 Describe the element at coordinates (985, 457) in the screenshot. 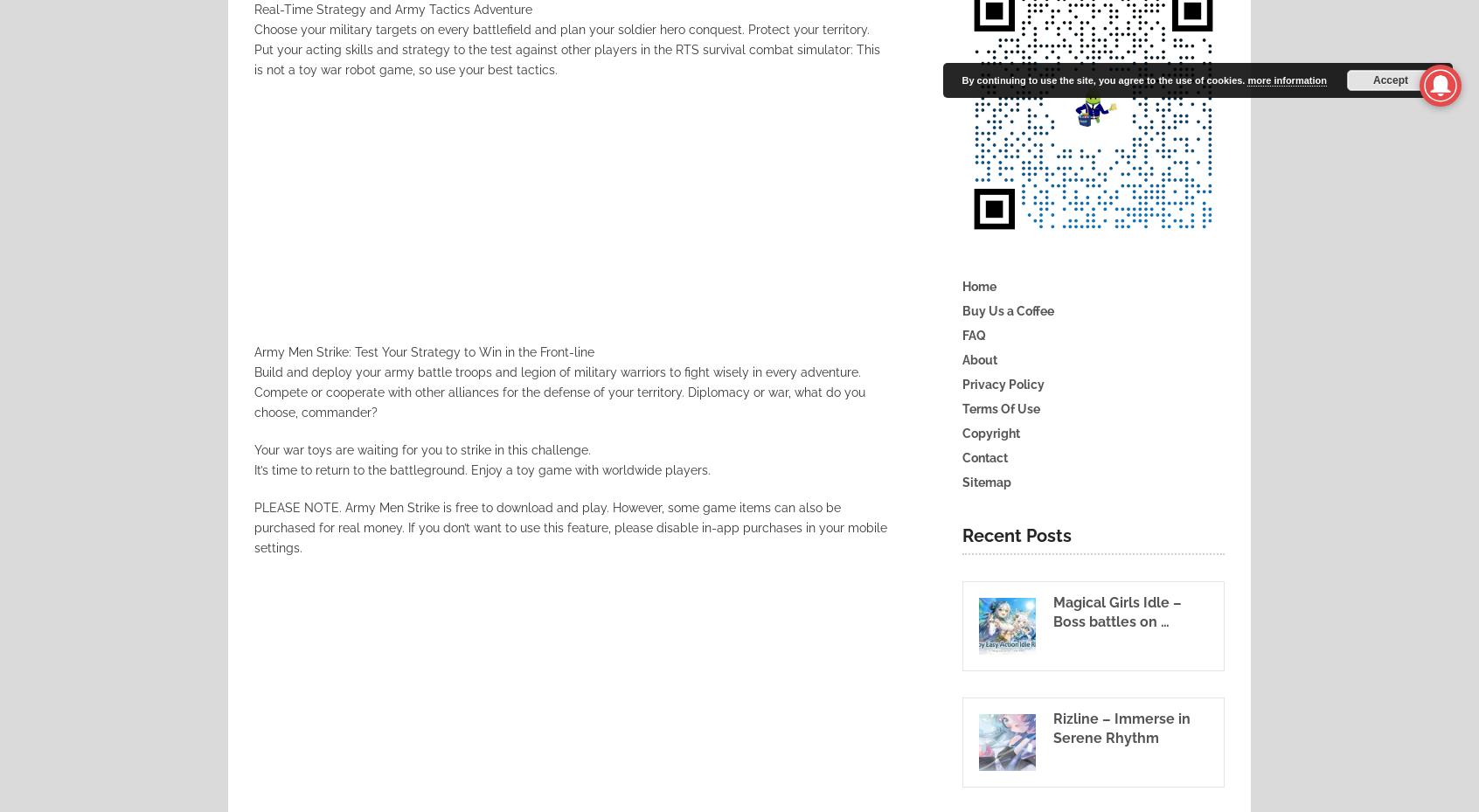

I see `'Contact'` at that location.